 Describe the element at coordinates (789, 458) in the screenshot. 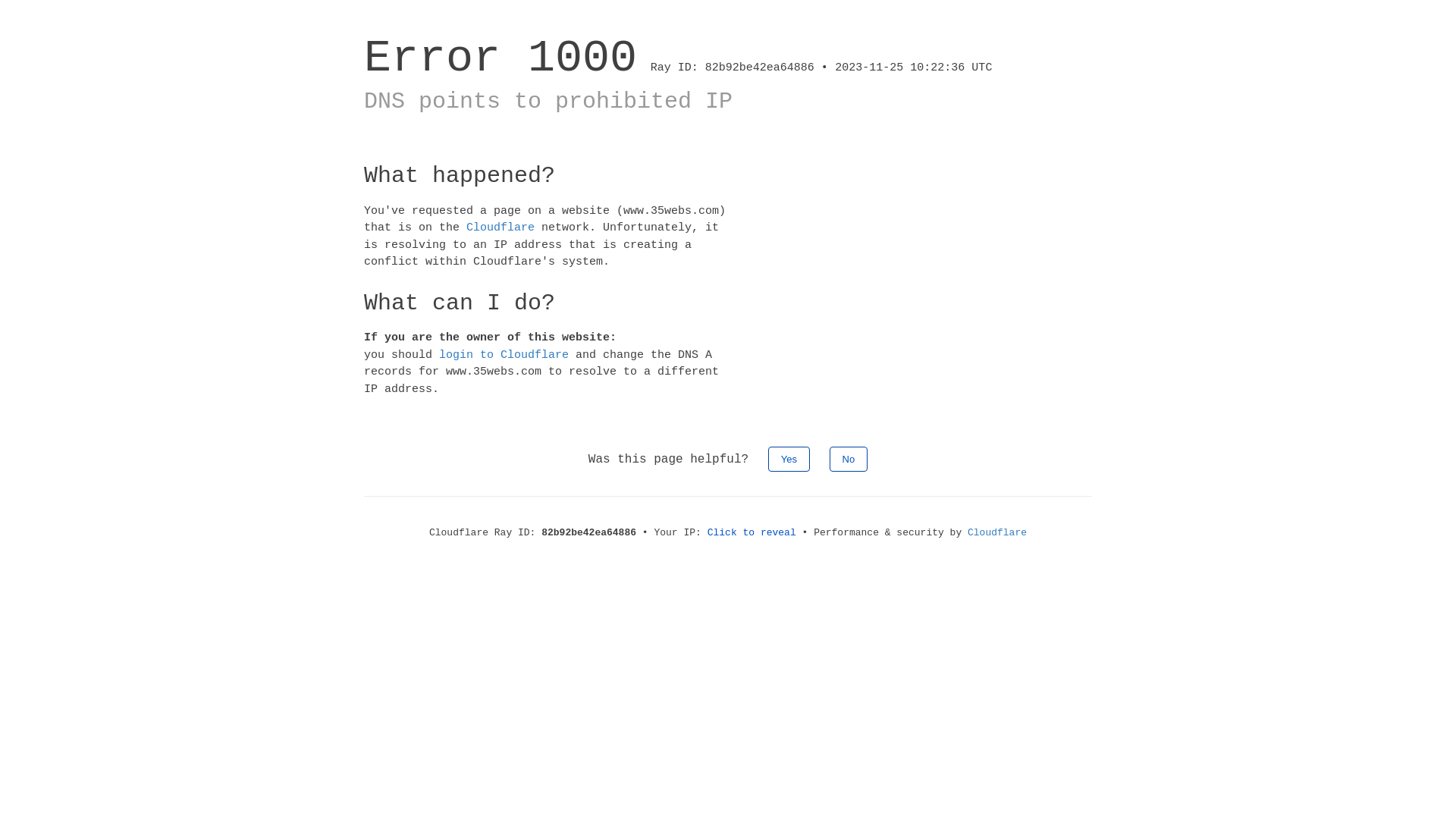

I see `'Yes'` at that location.